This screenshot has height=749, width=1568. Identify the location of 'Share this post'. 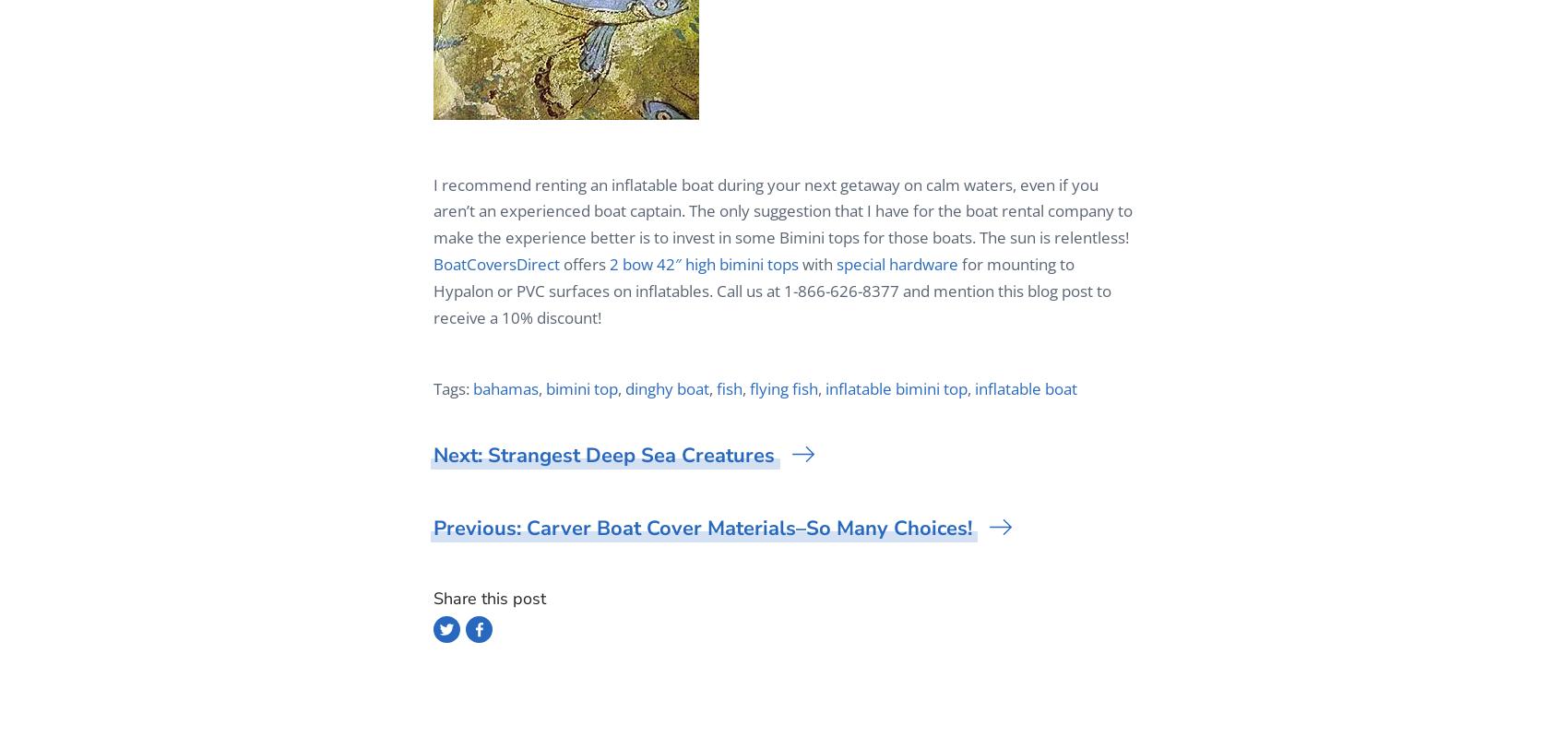
(490, 599).